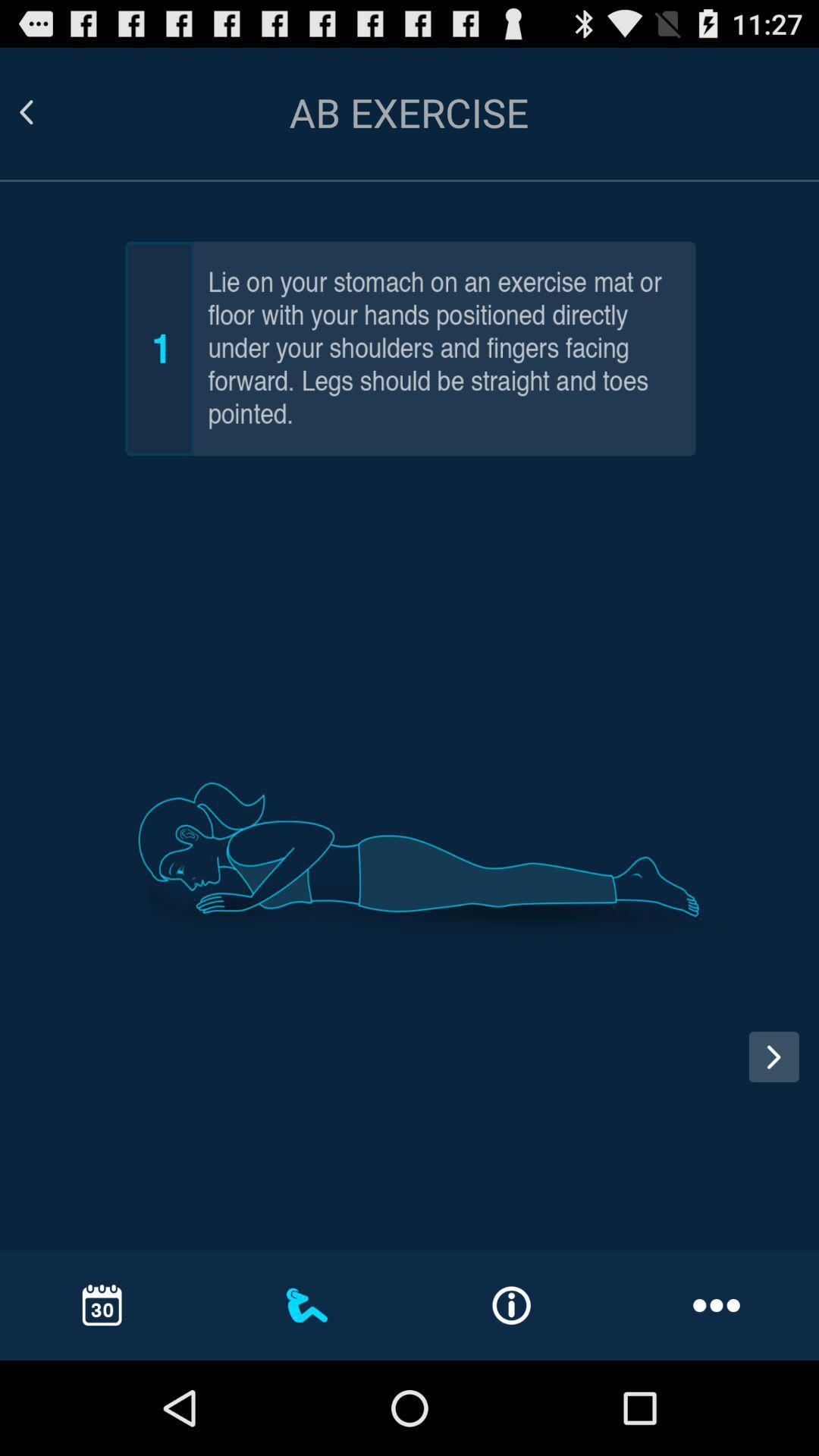  What do you see at coordinates (773, 1131) in the screenshot?
I see `the arrow_forward icon` at bounding box center [773, 1131].